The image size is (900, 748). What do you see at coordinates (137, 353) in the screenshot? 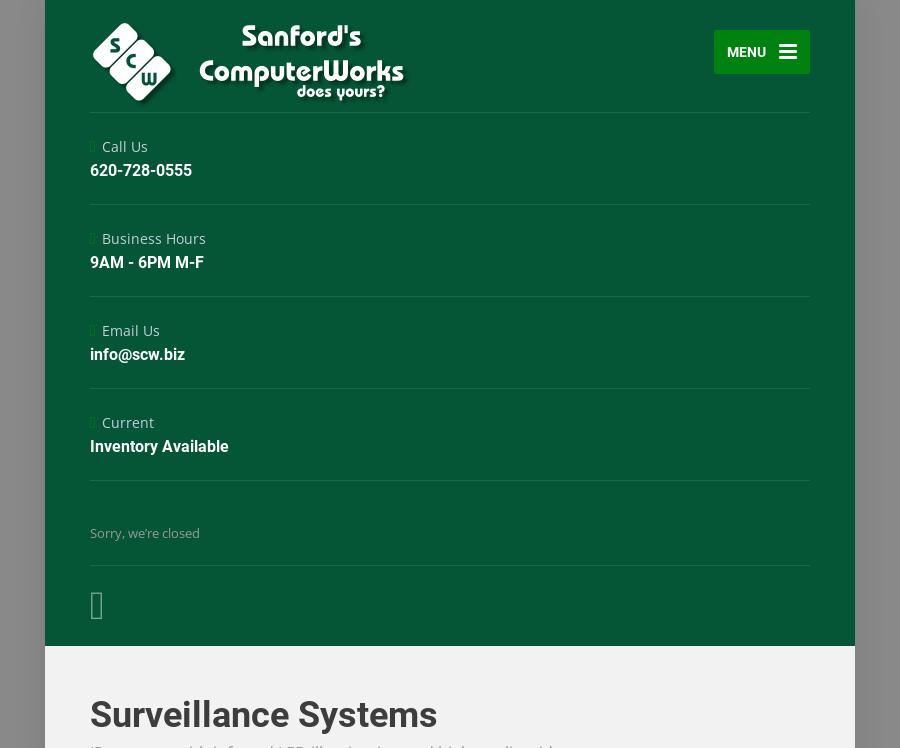
I see `'info@scw.biz'` at bounding box center [137, 353].